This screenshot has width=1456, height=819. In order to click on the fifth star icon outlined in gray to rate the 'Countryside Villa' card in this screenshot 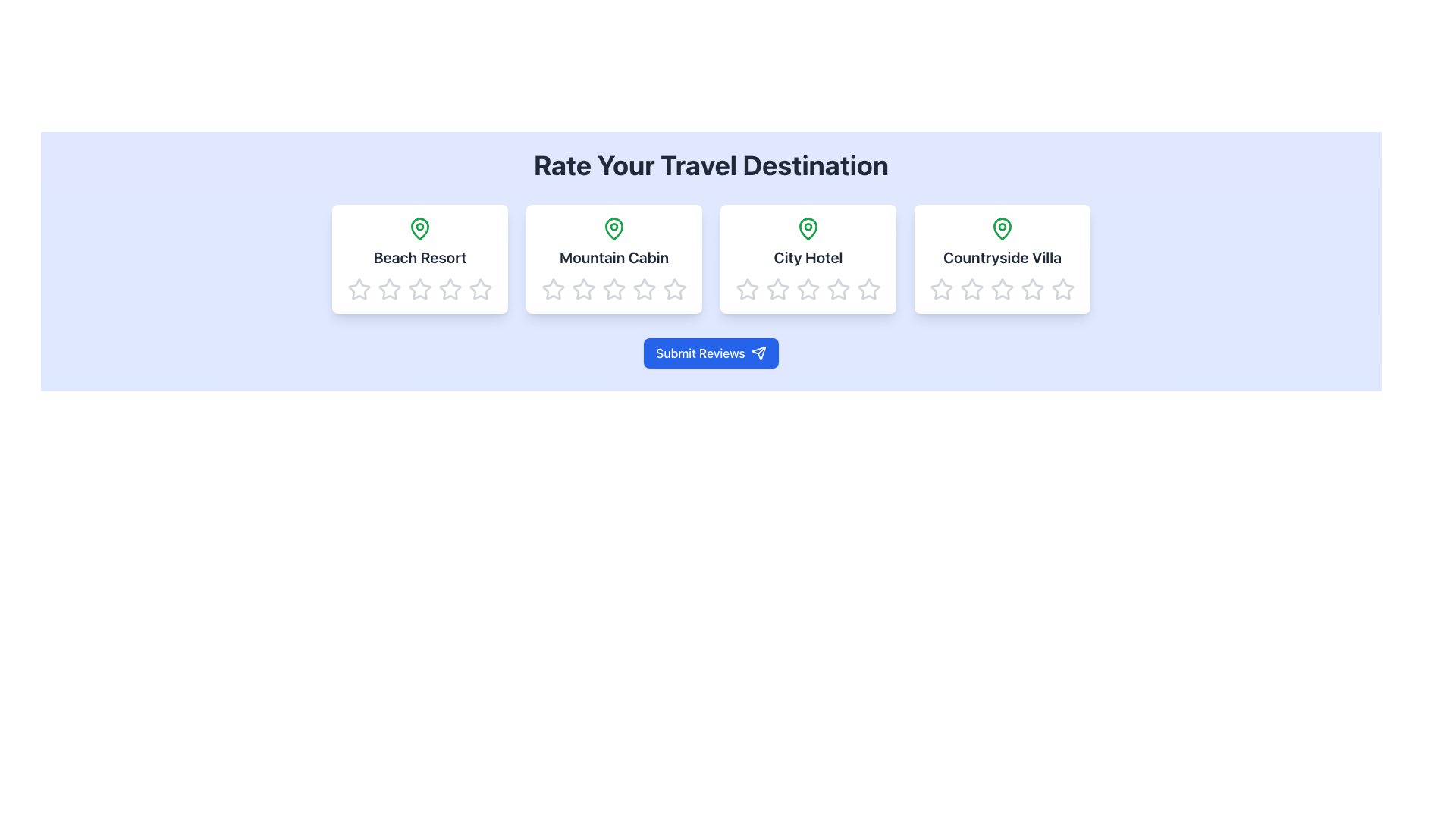, I will do `click(1062, 289)`.